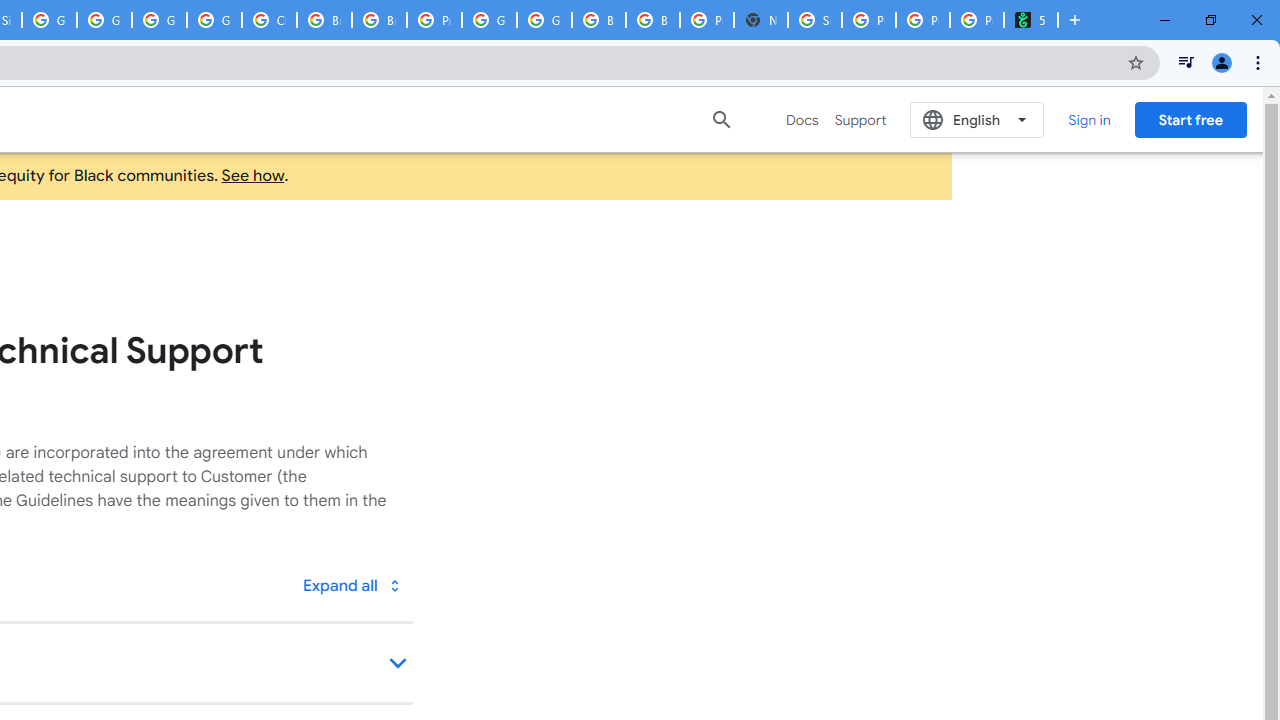  Describe the element at coordinates (860, 119) in the screenshot. I see `'Support'` at that location.